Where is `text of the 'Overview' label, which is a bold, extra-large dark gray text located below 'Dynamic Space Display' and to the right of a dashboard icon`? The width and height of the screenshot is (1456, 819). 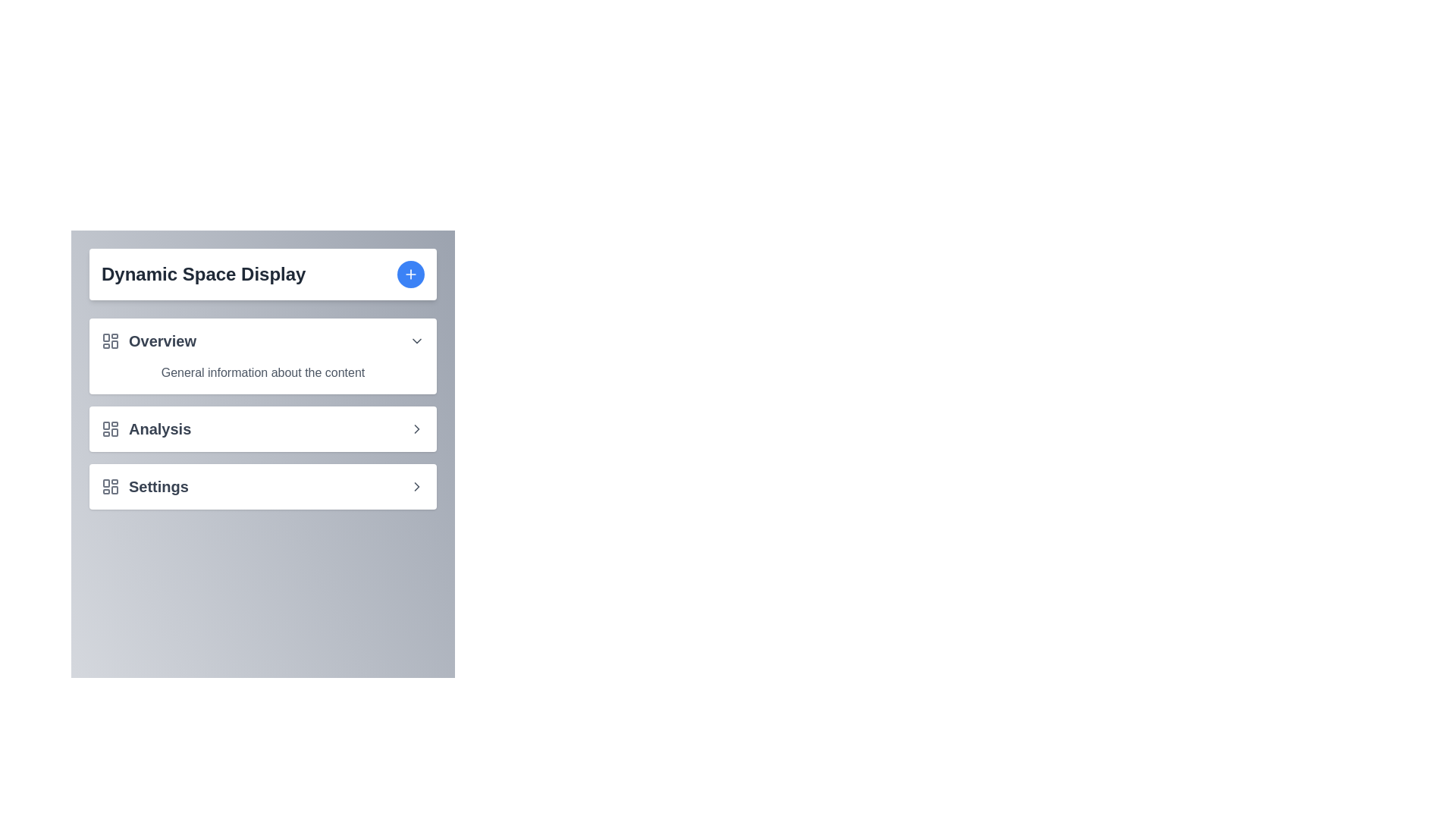 text of the 'Overview' label, which is a bold, extra-large dark gray text located below 'Dynamic Space Display' and to the right of a dashboard icon is located at coordinates (162, 341).